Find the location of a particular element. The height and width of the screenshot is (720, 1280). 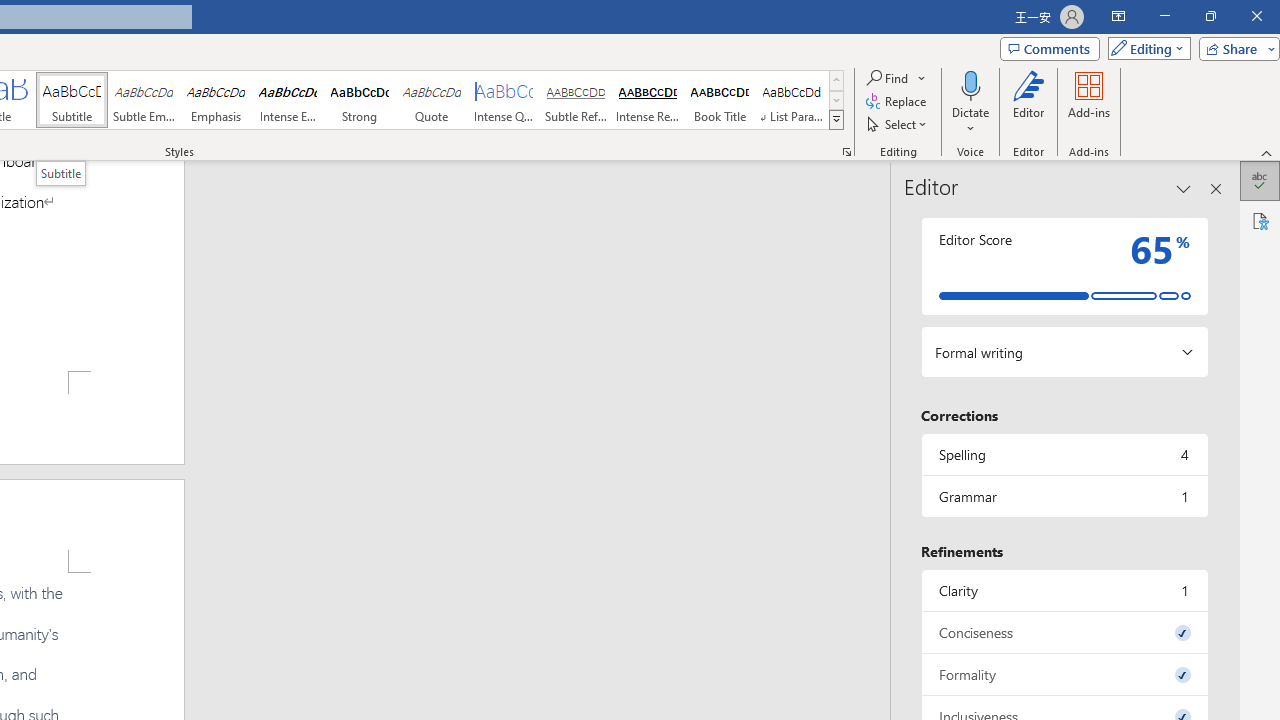

'Close' is located at coordinates (1255, 16).